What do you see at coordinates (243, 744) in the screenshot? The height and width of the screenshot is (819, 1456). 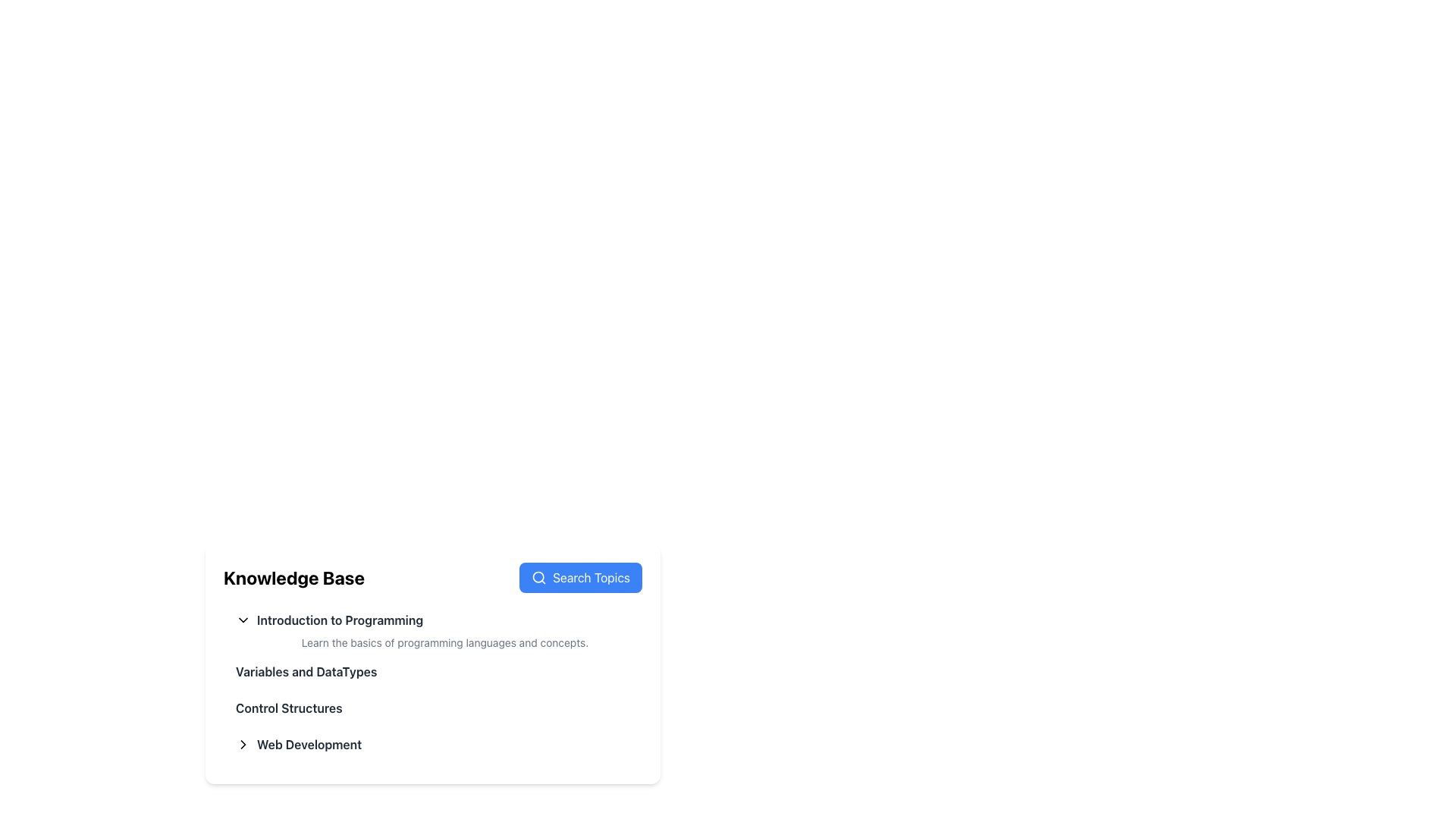 I see `the right-arrow icon next to 'Control Structures' in the 'Knowledge Base' section` at bounding box center [243, 744].